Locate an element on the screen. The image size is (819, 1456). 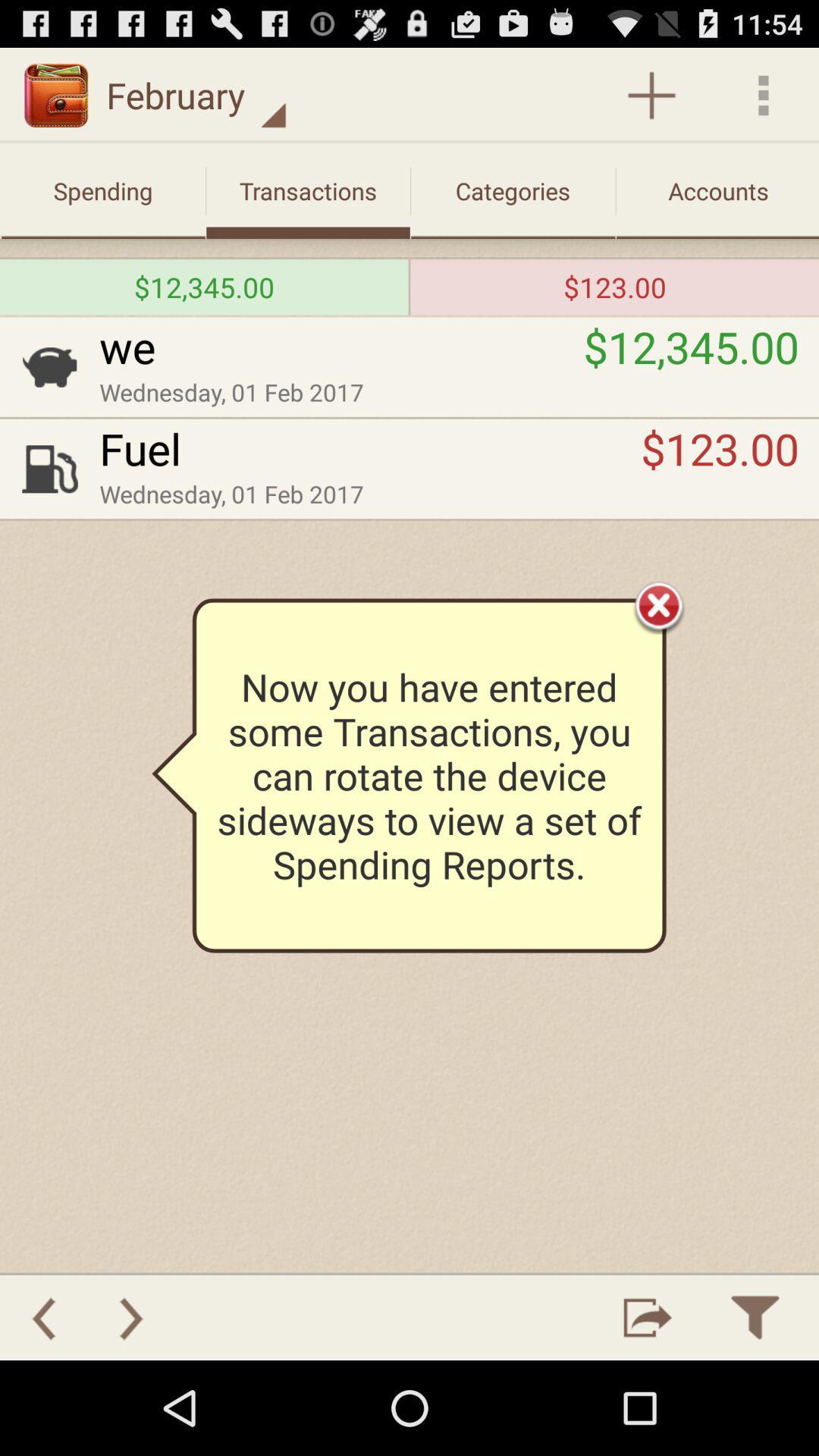
next menu is located at coordinates (130, 1316).